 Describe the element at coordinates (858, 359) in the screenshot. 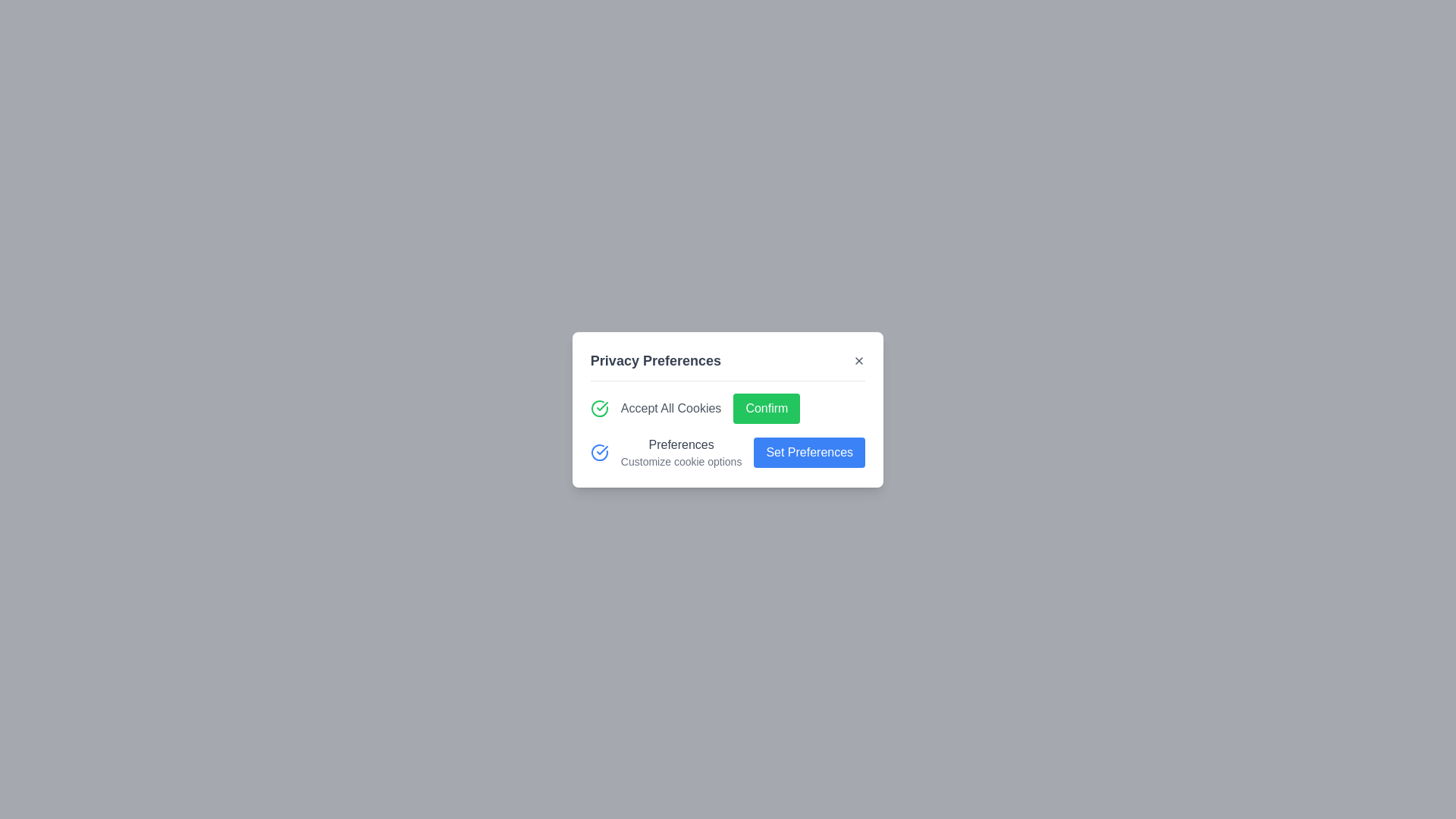

I see `close button in the dialog to close it` at that location.